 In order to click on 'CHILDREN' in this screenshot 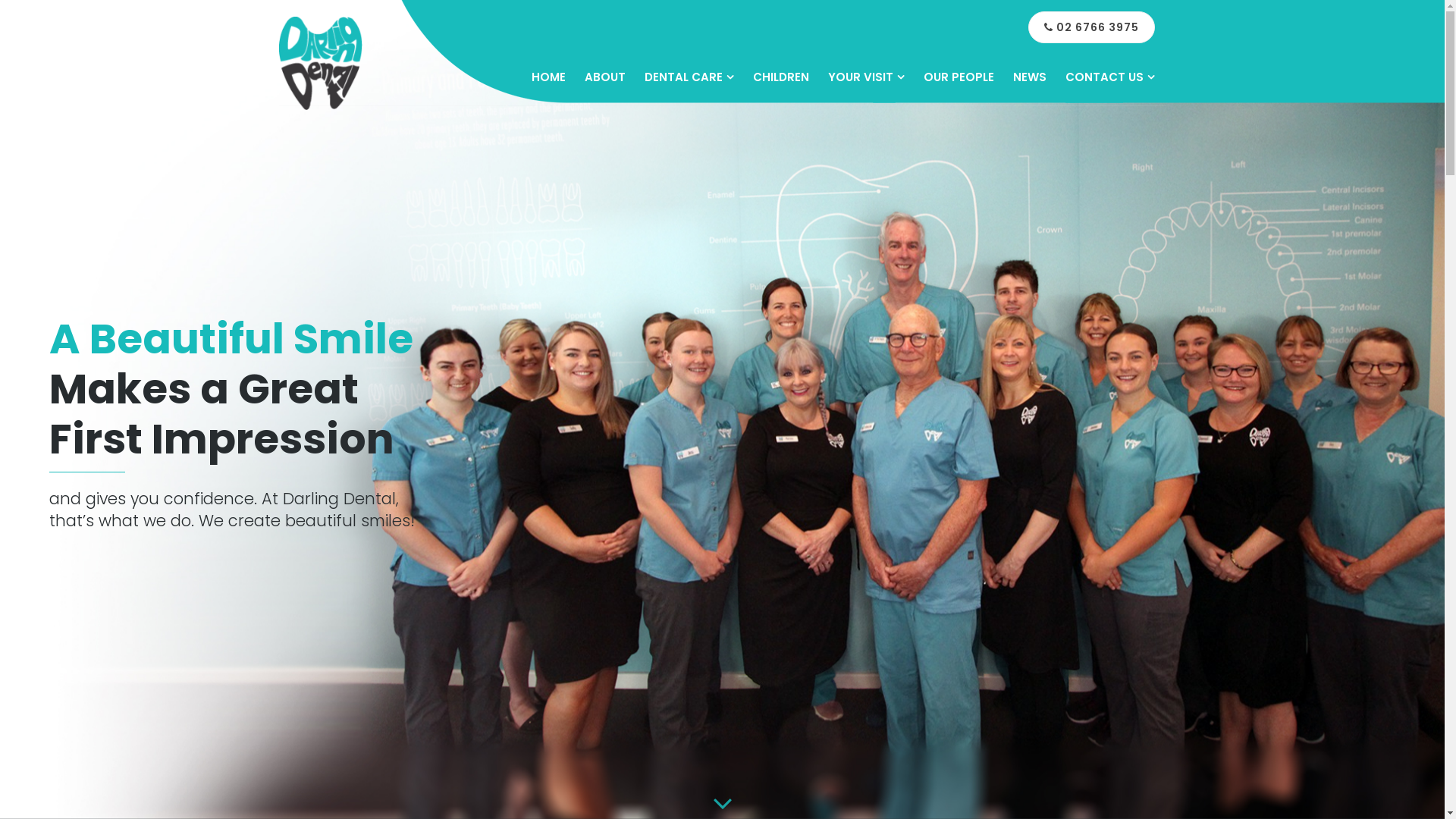, I will do `click(752, 77)`.